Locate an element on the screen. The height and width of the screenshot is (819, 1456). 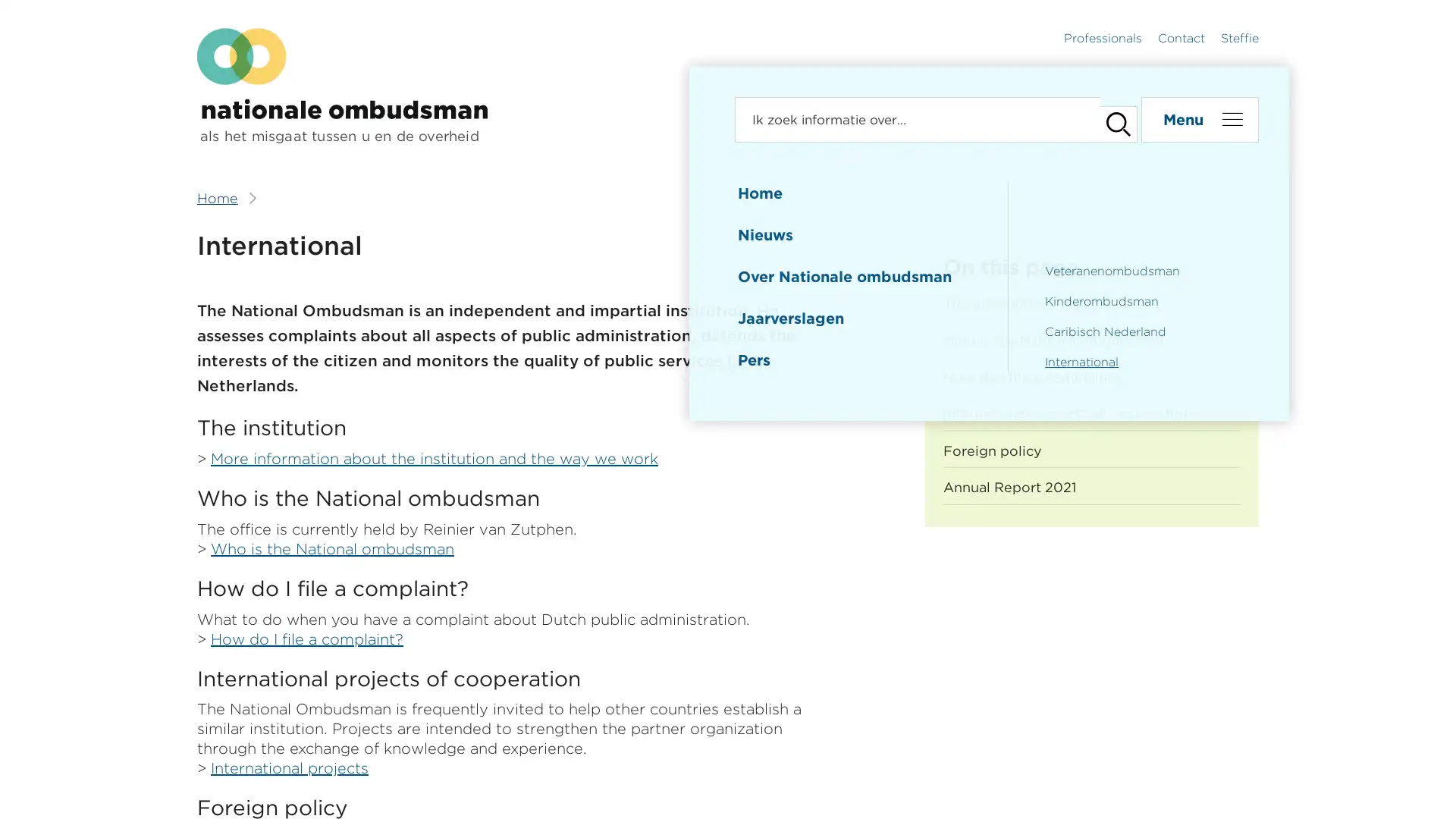
Zoeken is located at coordinates (1110, 119).